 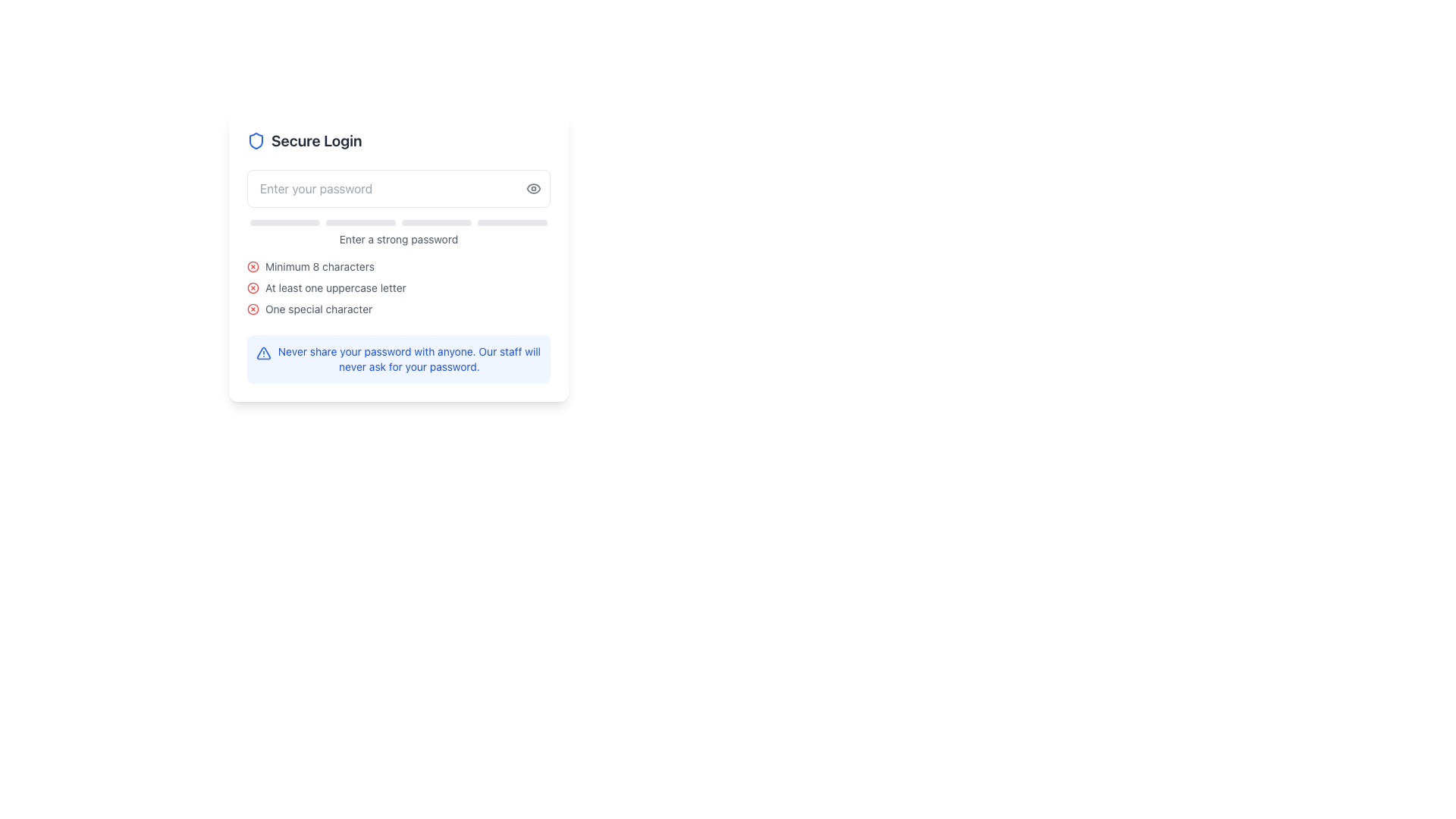 What do you see at coordinates (409, 359) in the screenshot?
I see `the informational text element about password privacy located at the bottom of the login interface, which is within a light blue rounded background and has an alert icon to its left` at bounding box center [409, 359].